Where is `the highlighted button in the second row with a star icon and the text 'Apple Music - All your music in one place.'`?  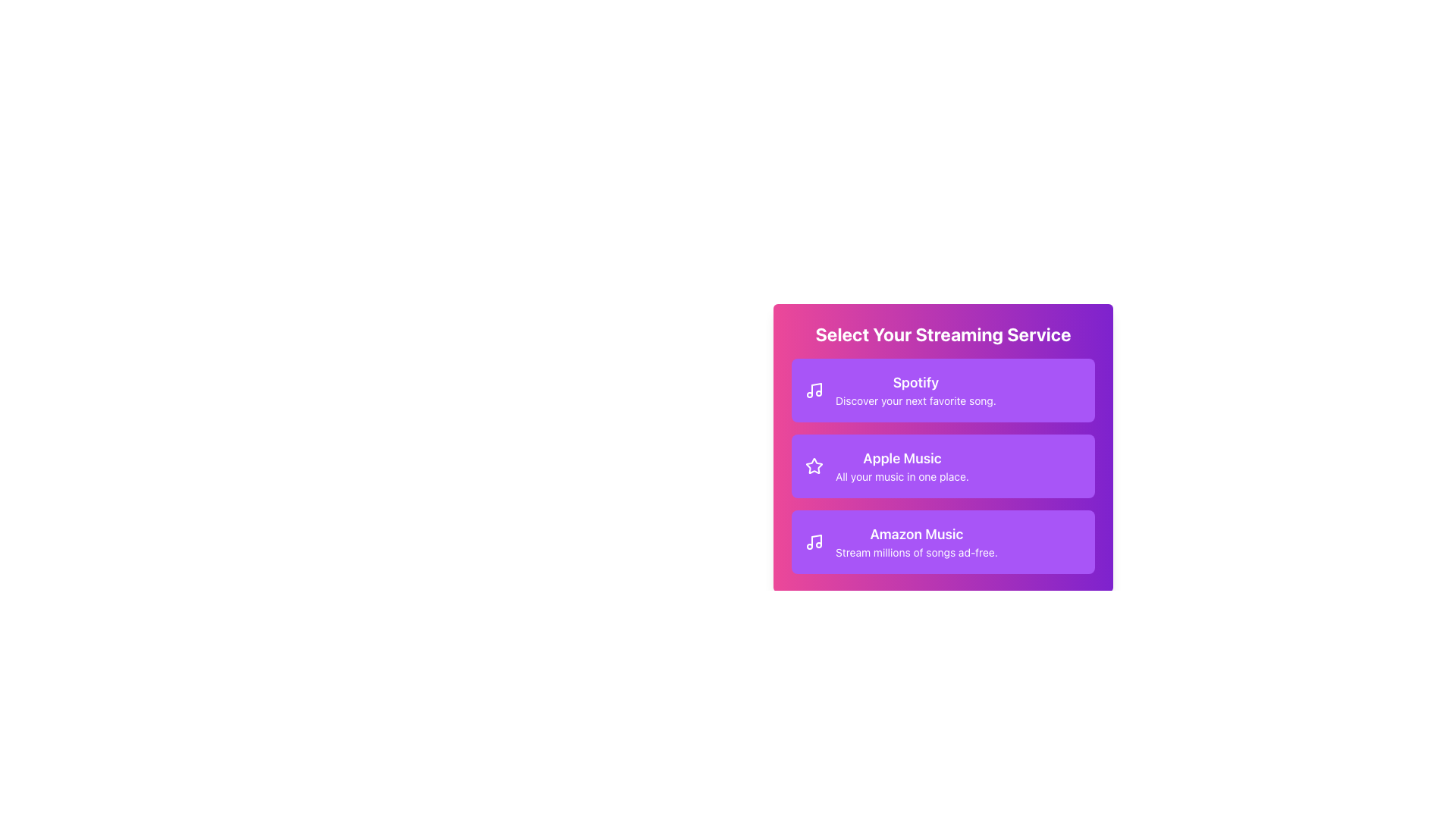 the highlighted button in the second row with a star icon and the text 'Apple Music - All your music in one place.' is located at coordinates (942, 438).